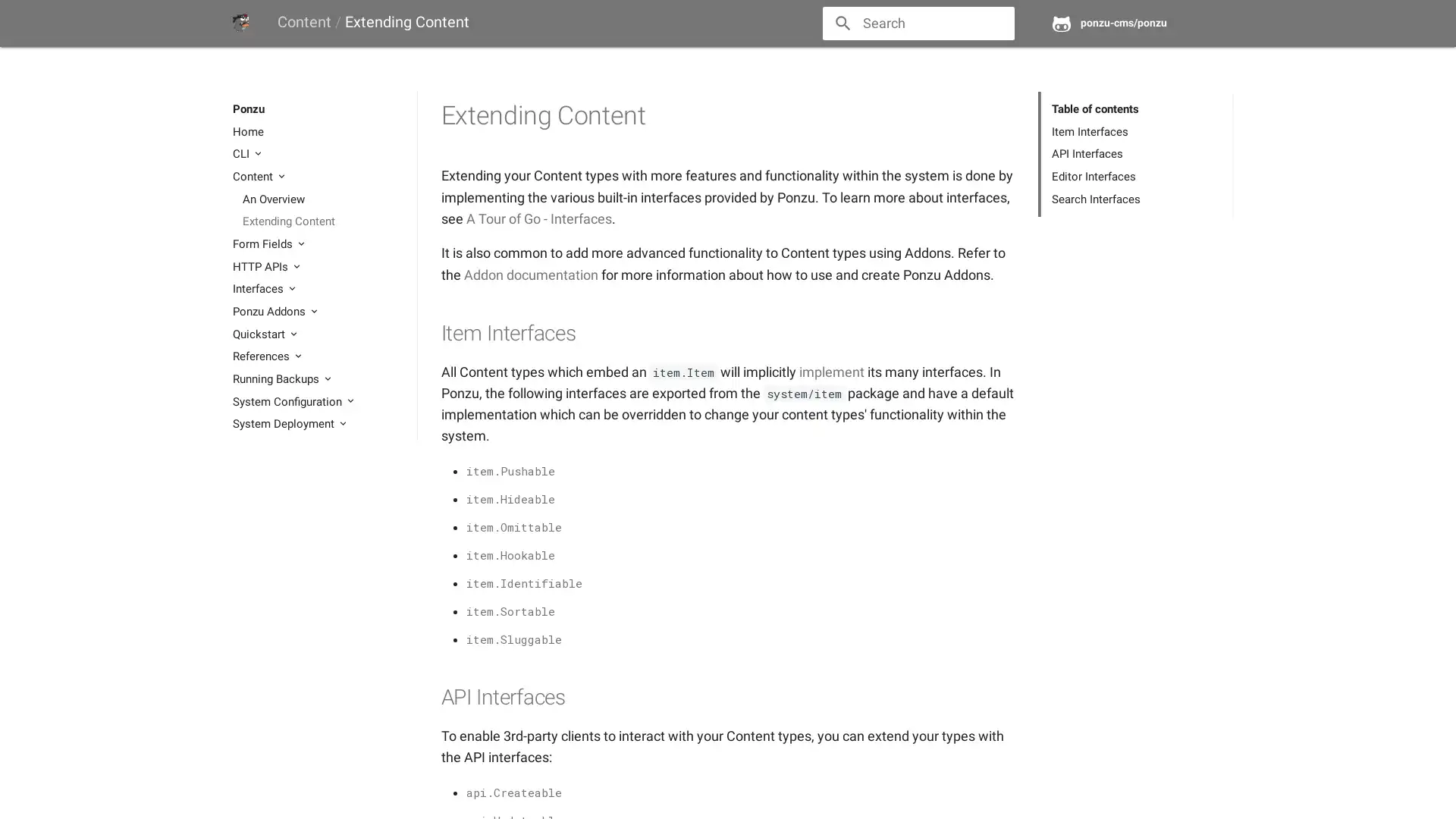 The width and height of the screenshot is (1456, 819). What do you see at coordinates (994, 23) in the screenshot?
I see `close` at bounding box center [994, 23].